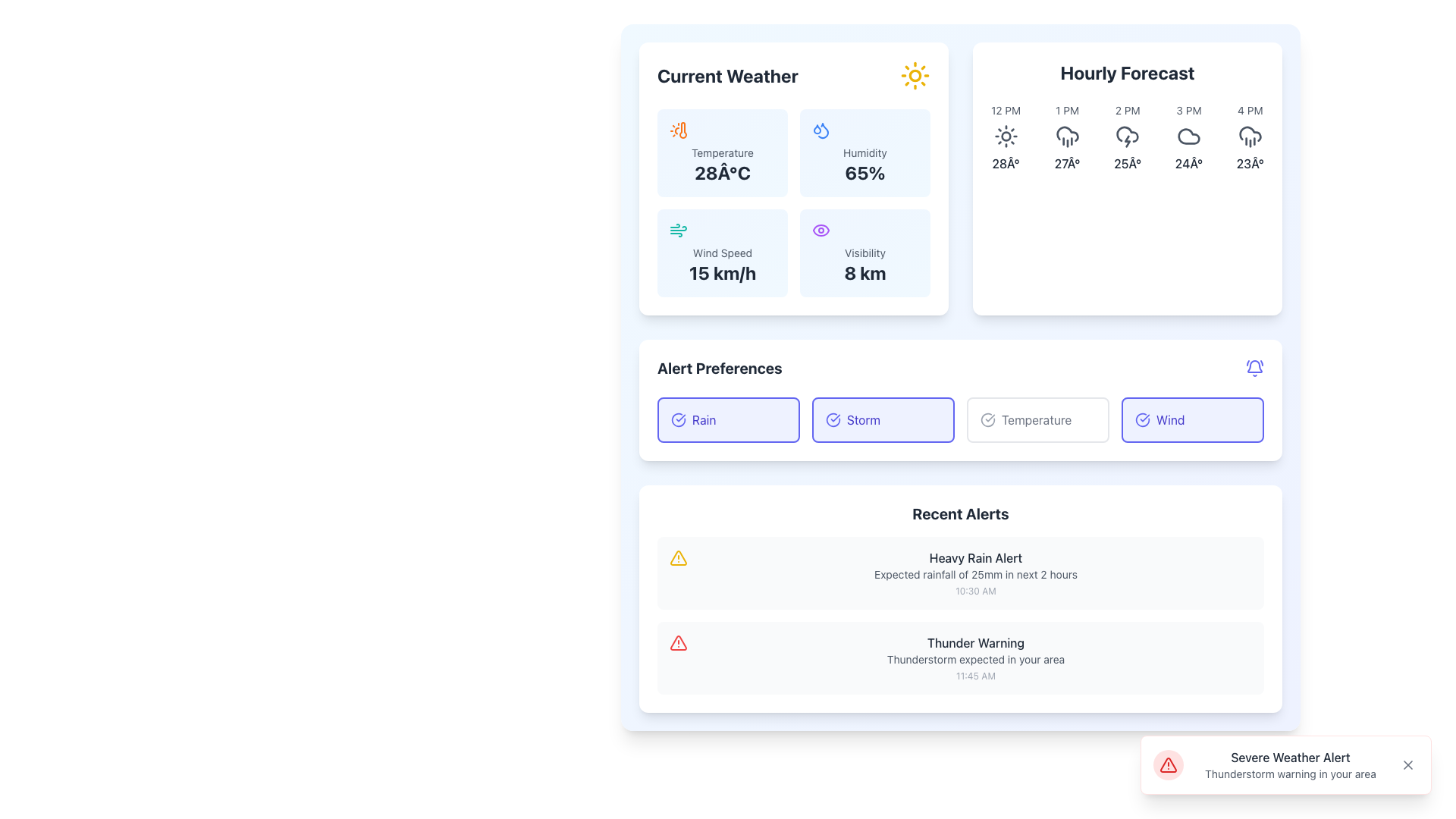 The width and height of the screenshot is (1456, 819). What do you see at coordinates (865, 171) in the screenshot?
I see `the humidity percentage text display located beneath the 'Humidity' label in the 'Current Weather' section` at bounding box center [865, 171].